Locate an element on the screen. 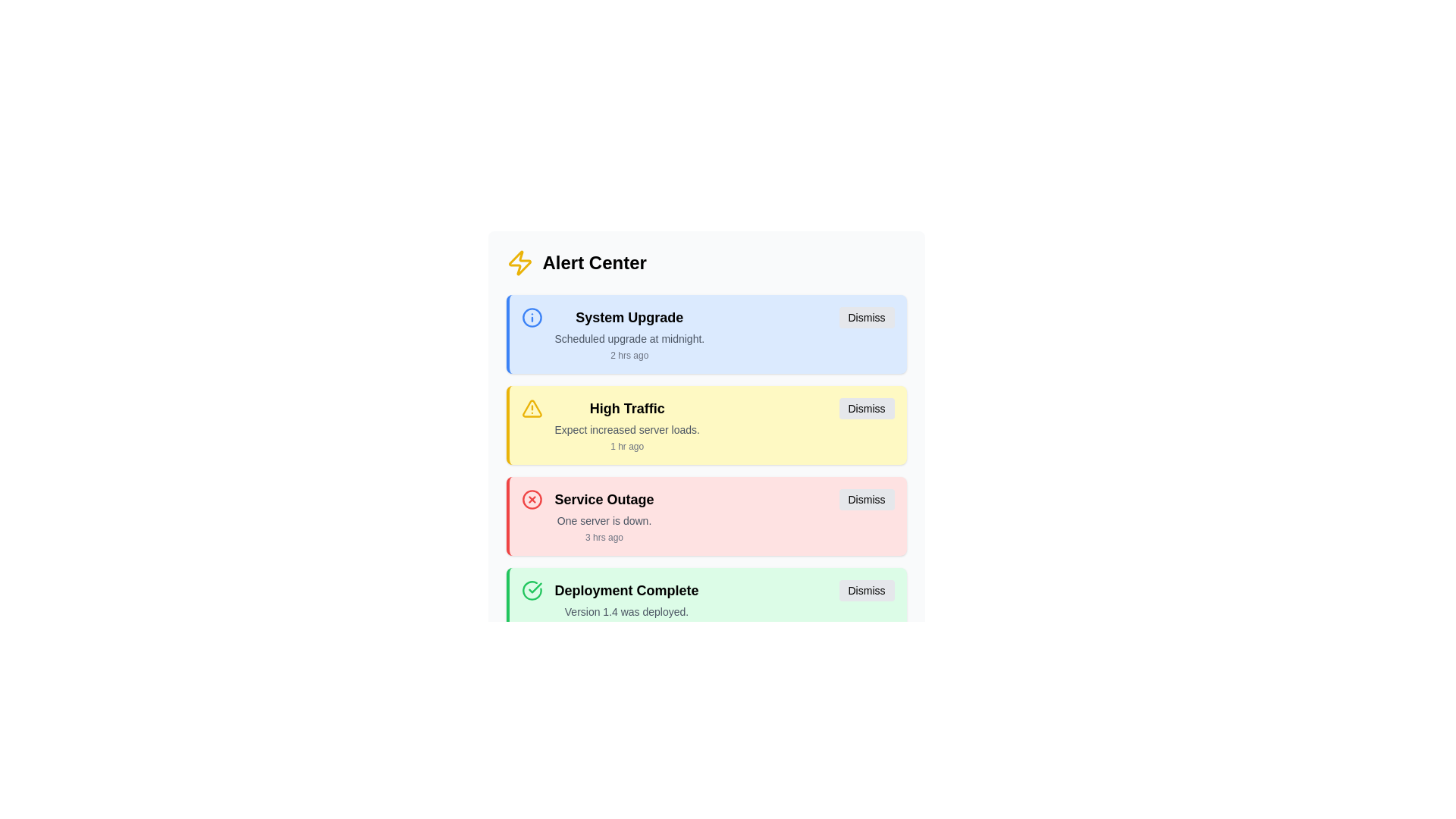  the dismiss button located in the 'High Traffic' alert section by is located at coordinates (866, 408).